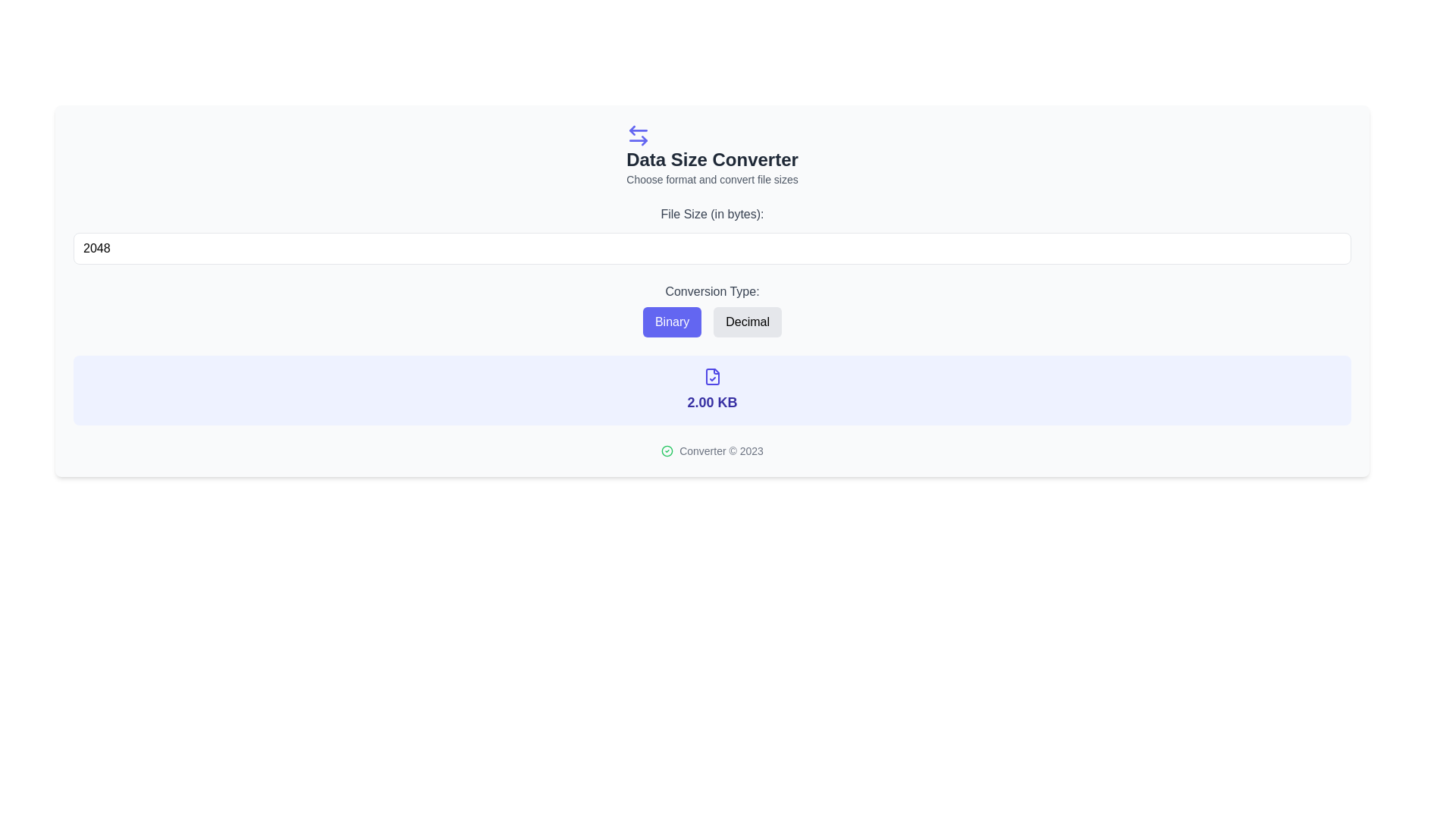  I want to click on the contextual label indicating the expected file size value in bytes, which is positioned above the editable number input field, so click(711, 214).